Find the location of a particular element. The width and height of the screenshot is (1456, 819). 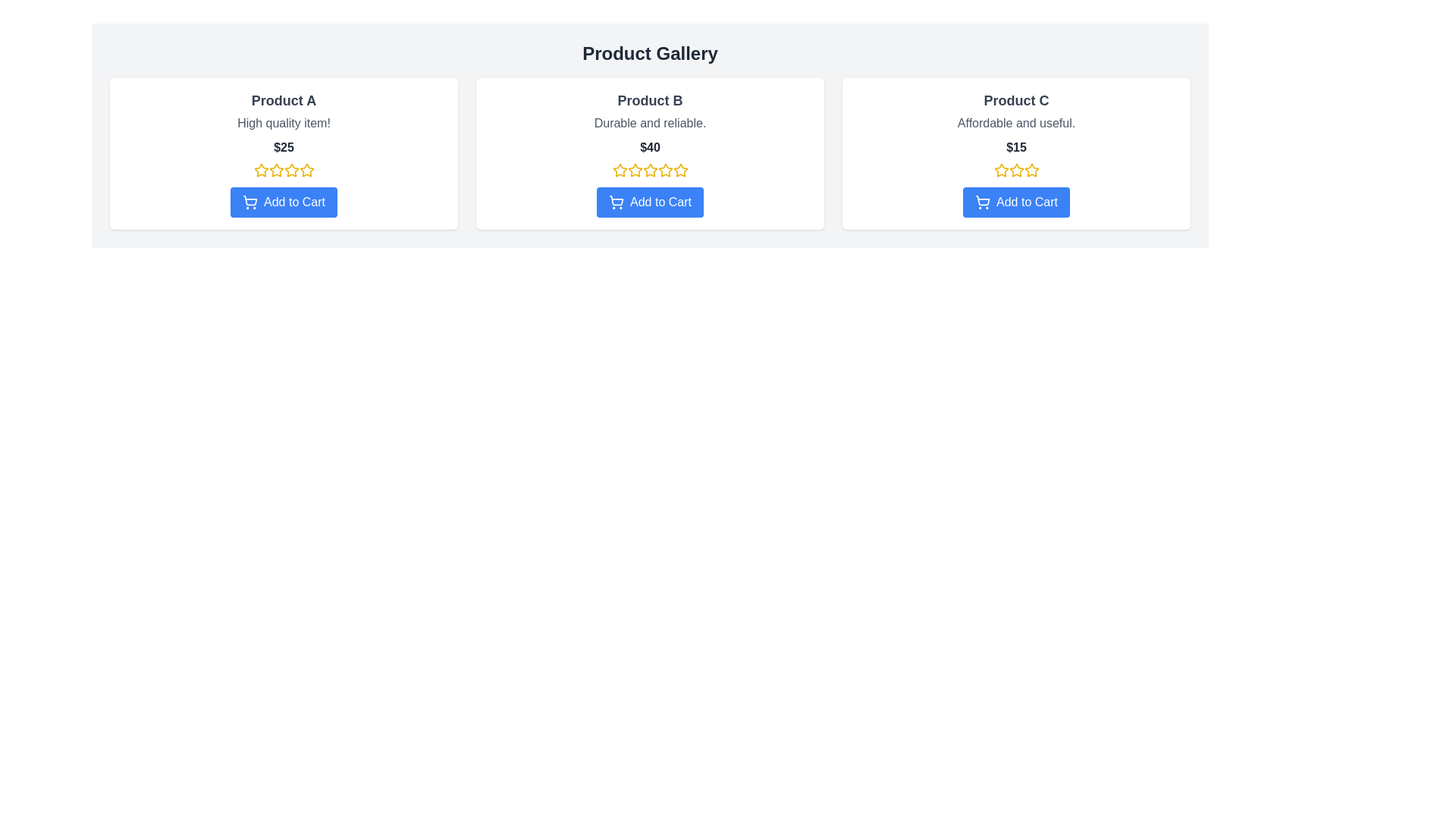

the text label displaying 'Product C', which is located at the top of the rightmost product card on the interface is located at coordinates (1016, 100).